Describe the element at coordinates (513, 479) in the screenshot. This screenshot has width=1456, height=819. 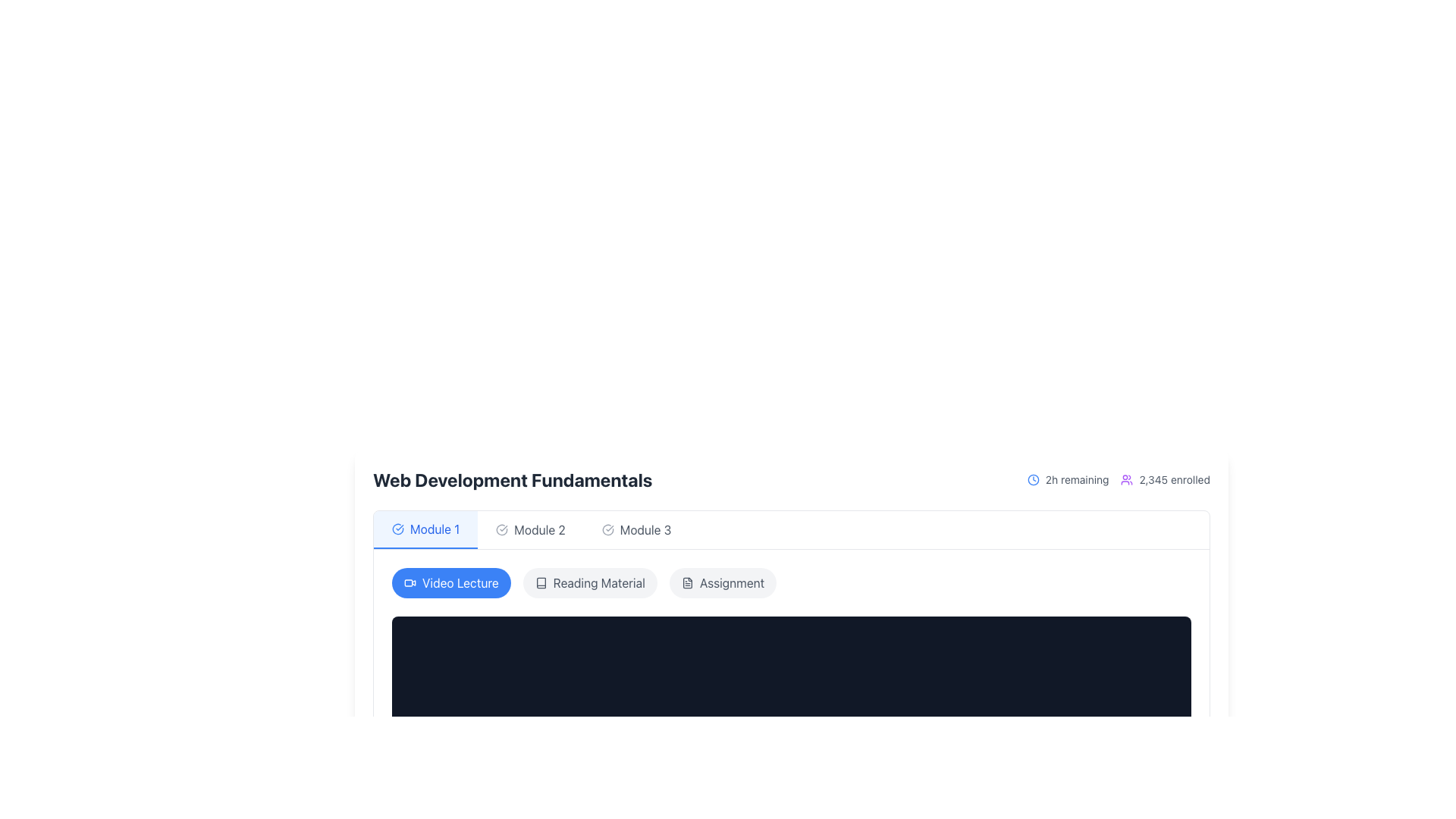
I see `text content of the heading displaying 'Web Development Fundamentals', which is in large, bold, black font and located at the top of the section` at that location.